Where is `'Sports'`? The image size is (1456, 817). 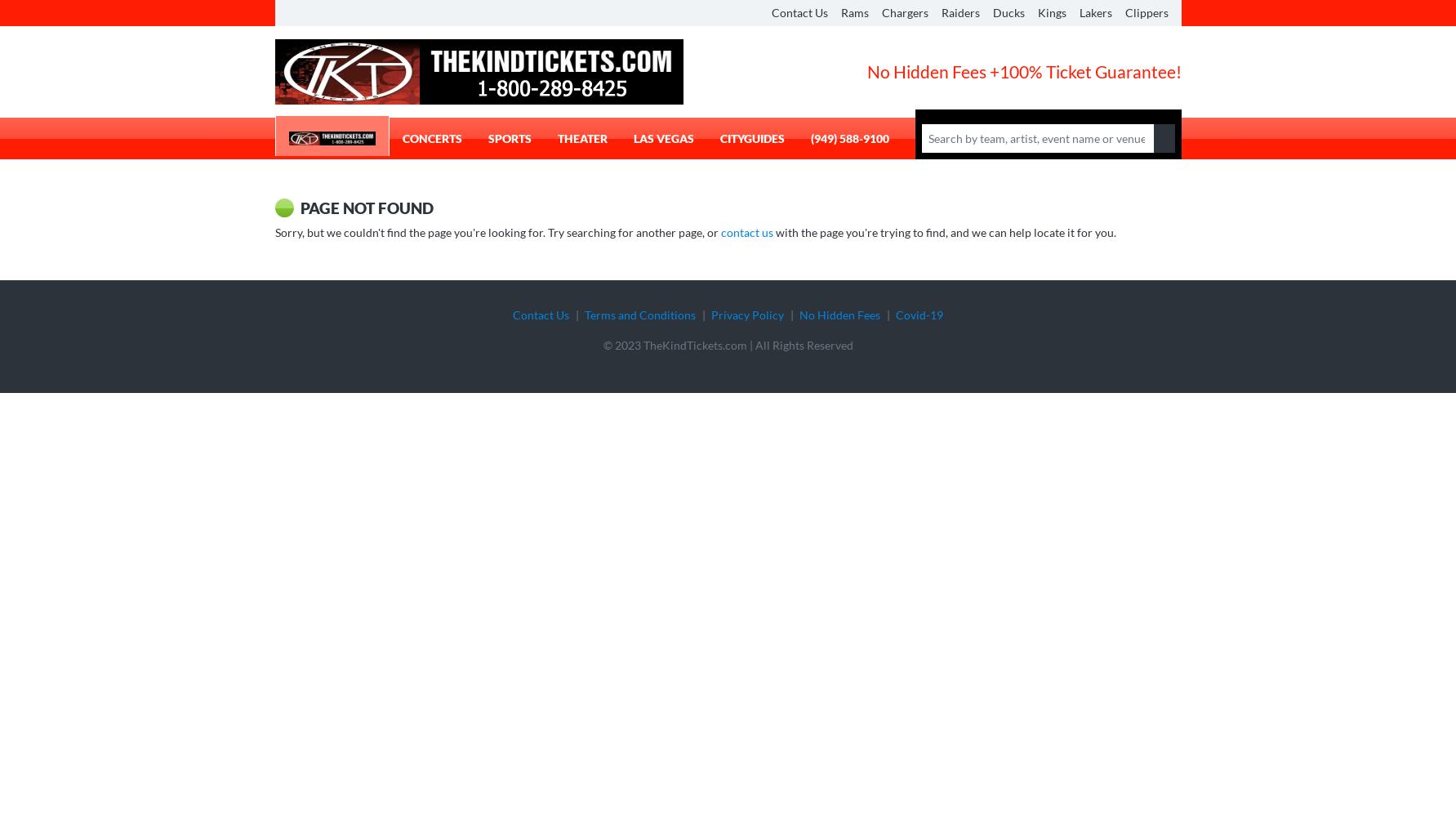
'Sports' is located at coordinates (509, 137).